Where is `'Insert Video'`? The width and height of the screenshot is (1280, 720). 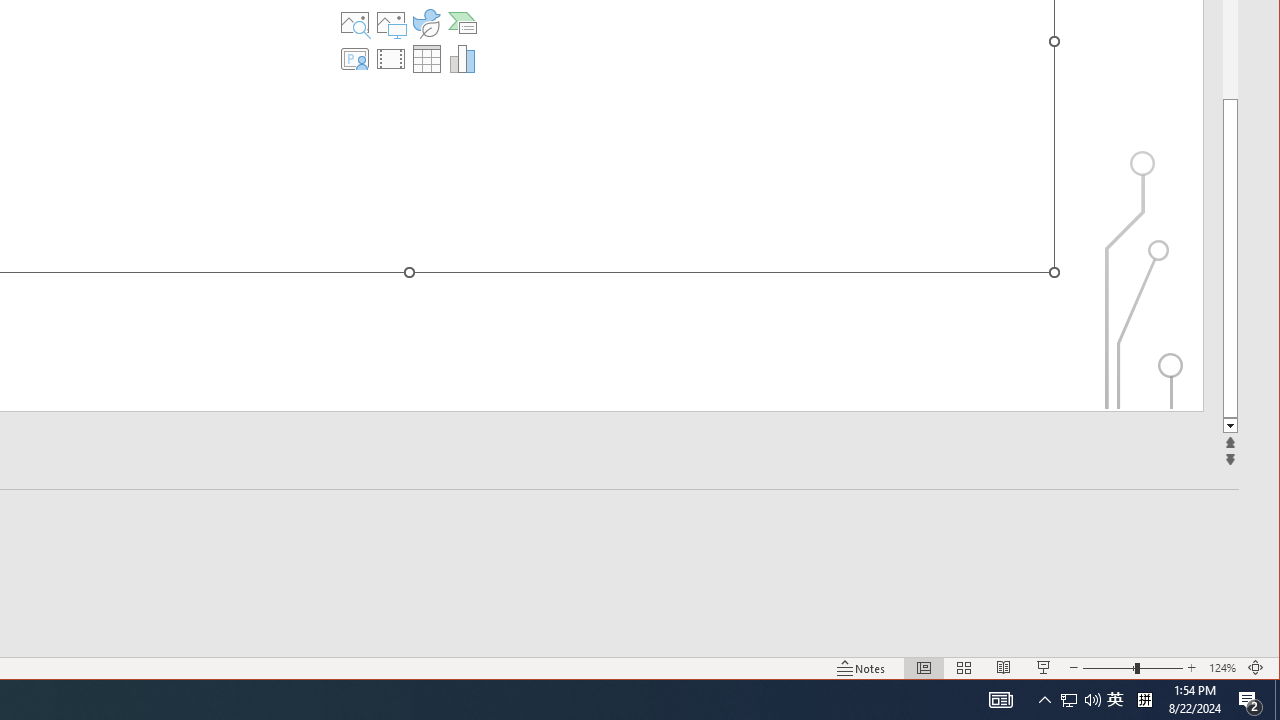 'Insert Video' is located at coordinates (391, 58).